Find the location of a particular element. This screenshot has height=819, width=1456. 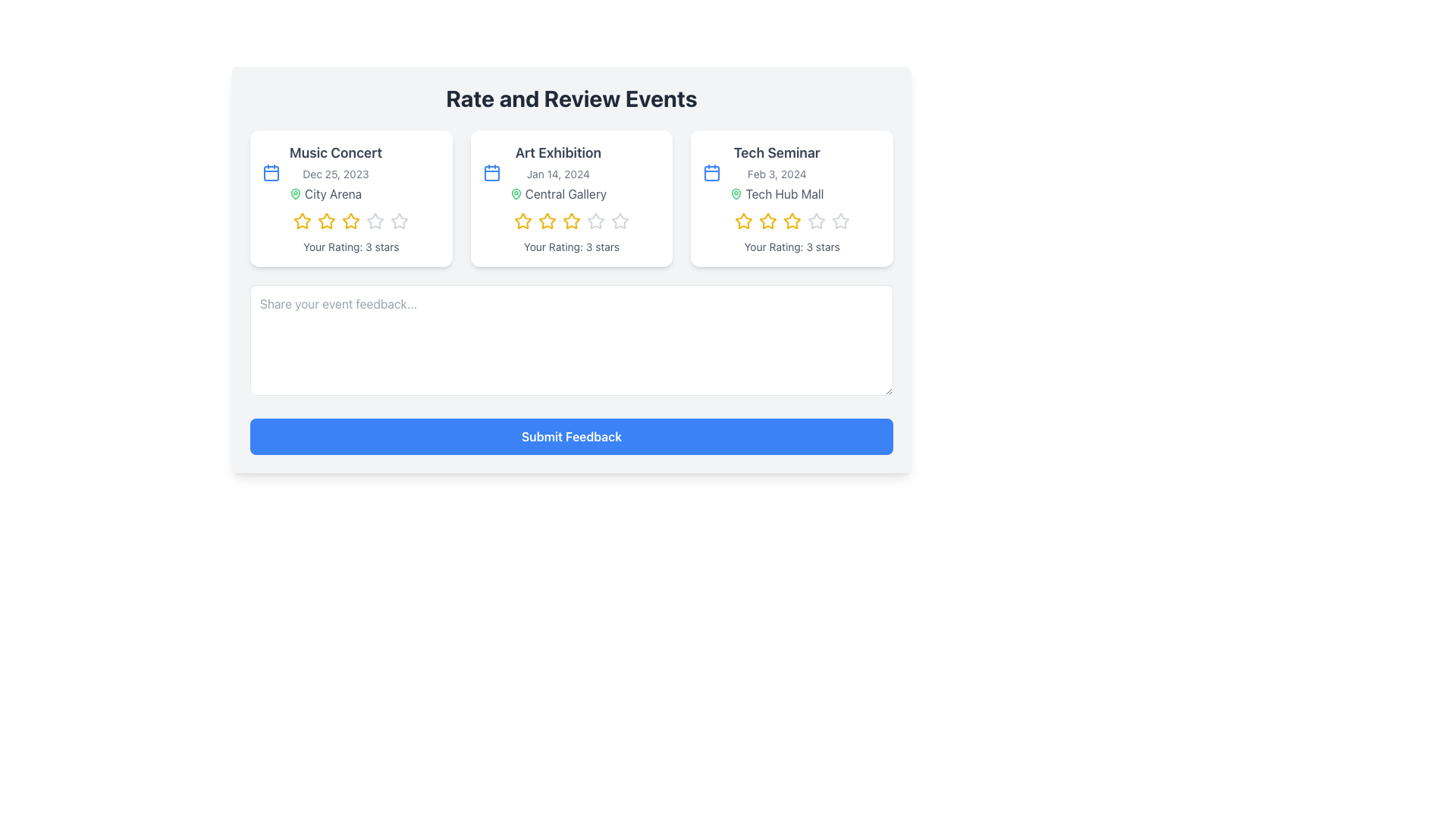

the third star icon in the five-star rating system for the 'Music Concert' card, located below the 'City Arena' text and above the 'Your Rating: 3 stars' label is located at coordinates (350, 221).